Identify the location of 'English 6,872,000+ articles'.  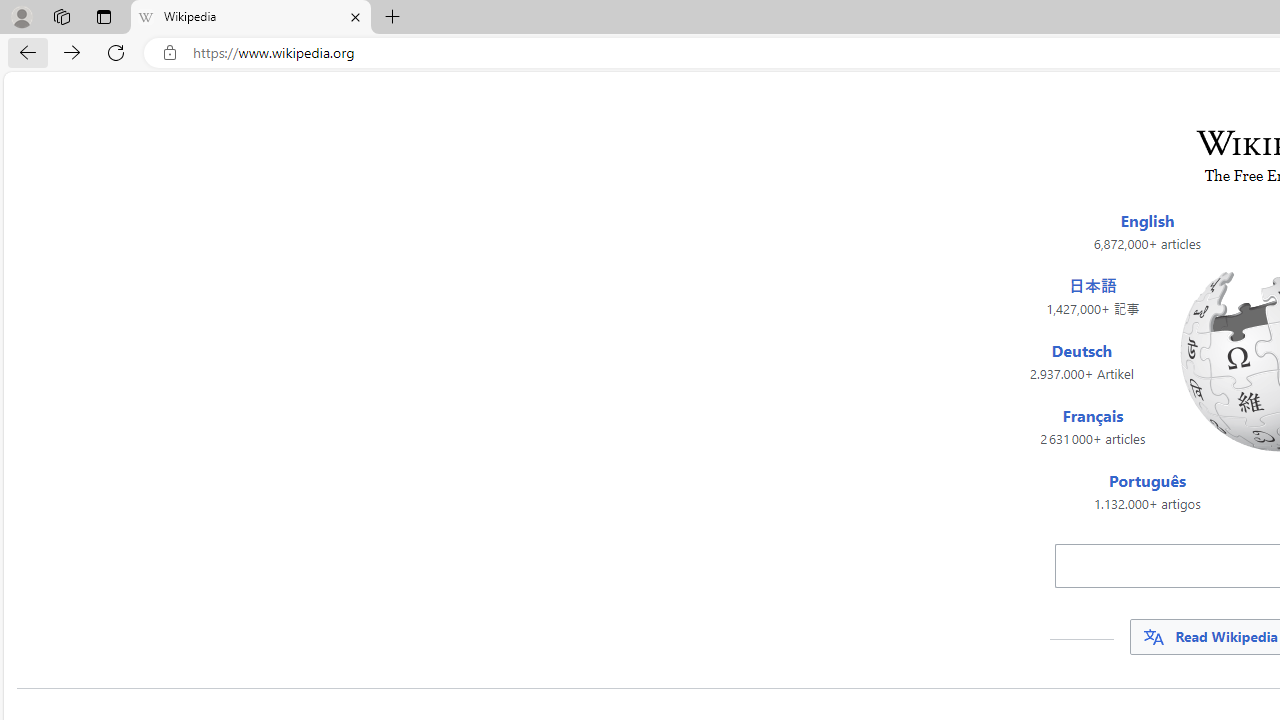
(1147, 231).